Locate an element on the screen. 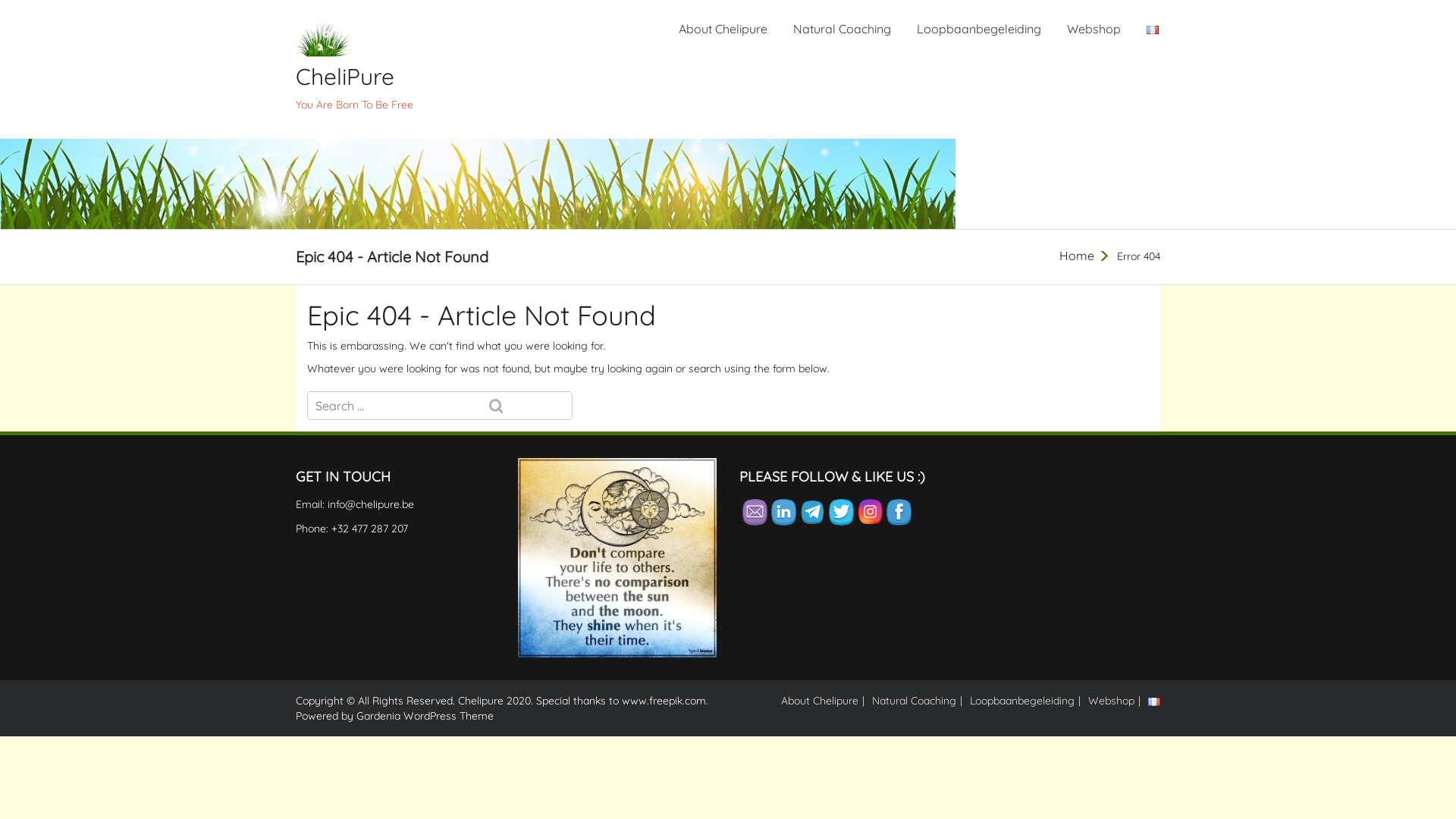  'Home' is located at coordinates (1058, 254).